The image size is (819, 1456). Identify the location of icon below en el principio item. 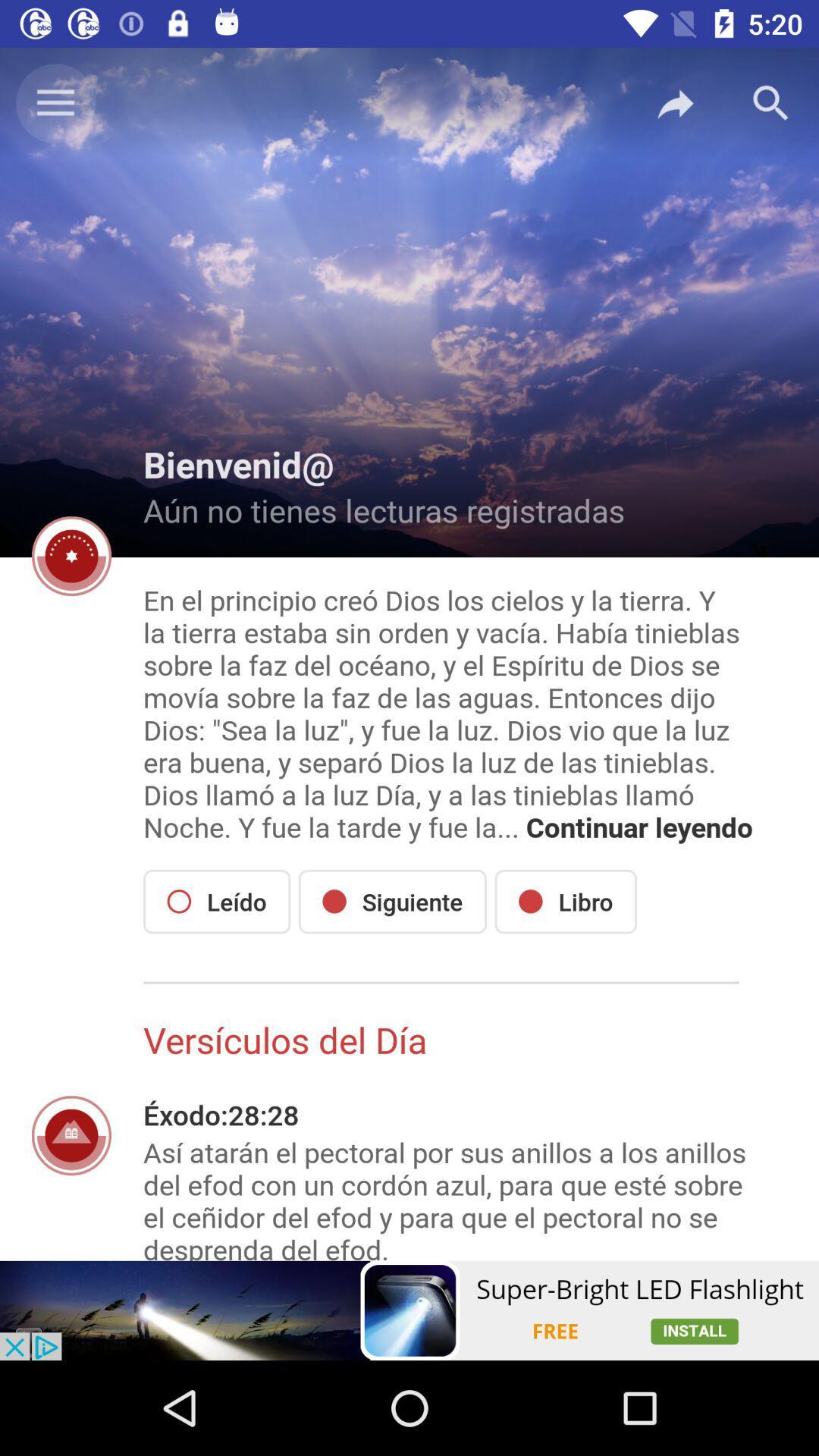
(391, 902).